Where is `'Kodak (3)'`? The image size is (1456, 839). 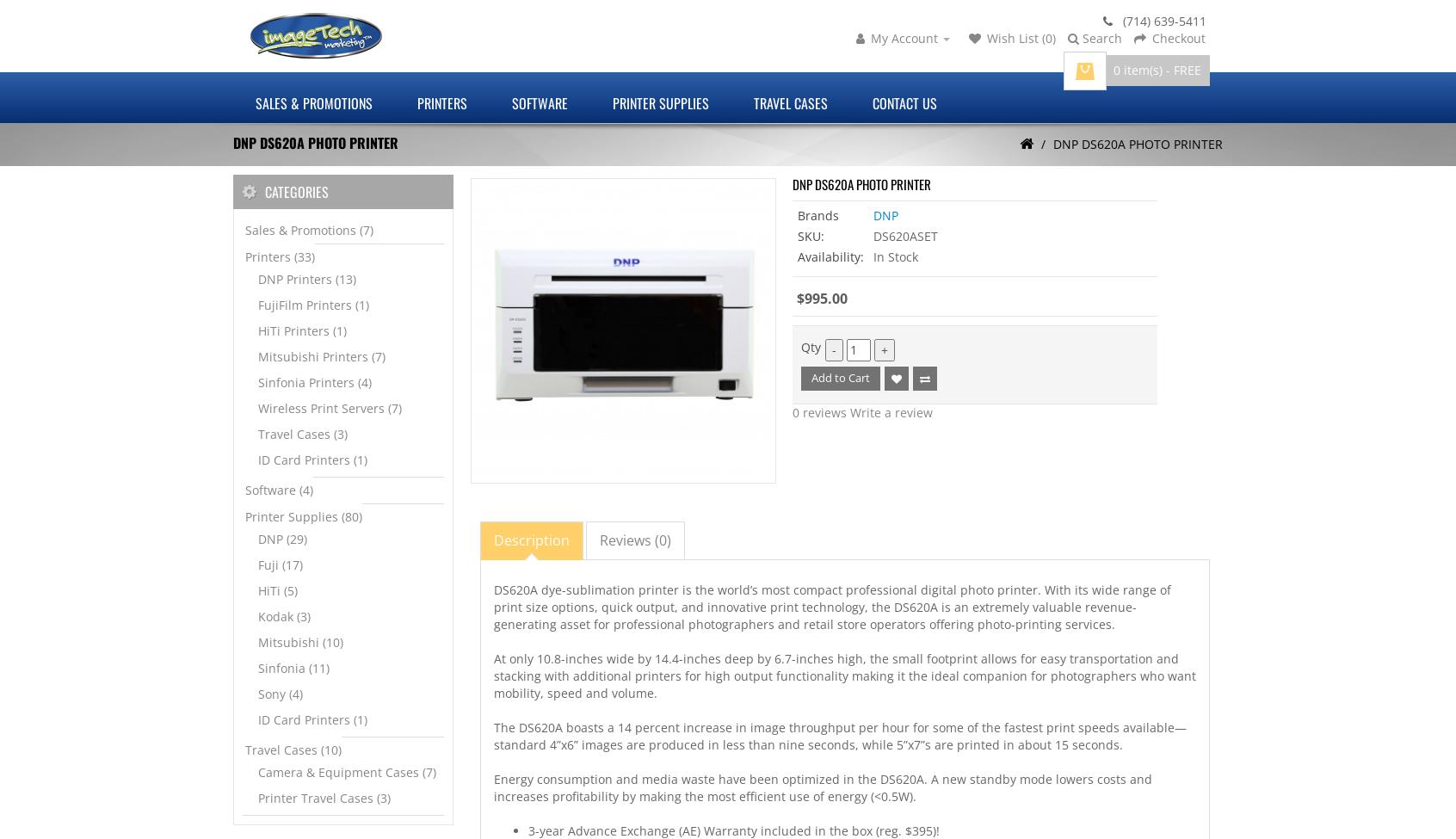 'Kodak (3)' is located at coordinates (283, 615).